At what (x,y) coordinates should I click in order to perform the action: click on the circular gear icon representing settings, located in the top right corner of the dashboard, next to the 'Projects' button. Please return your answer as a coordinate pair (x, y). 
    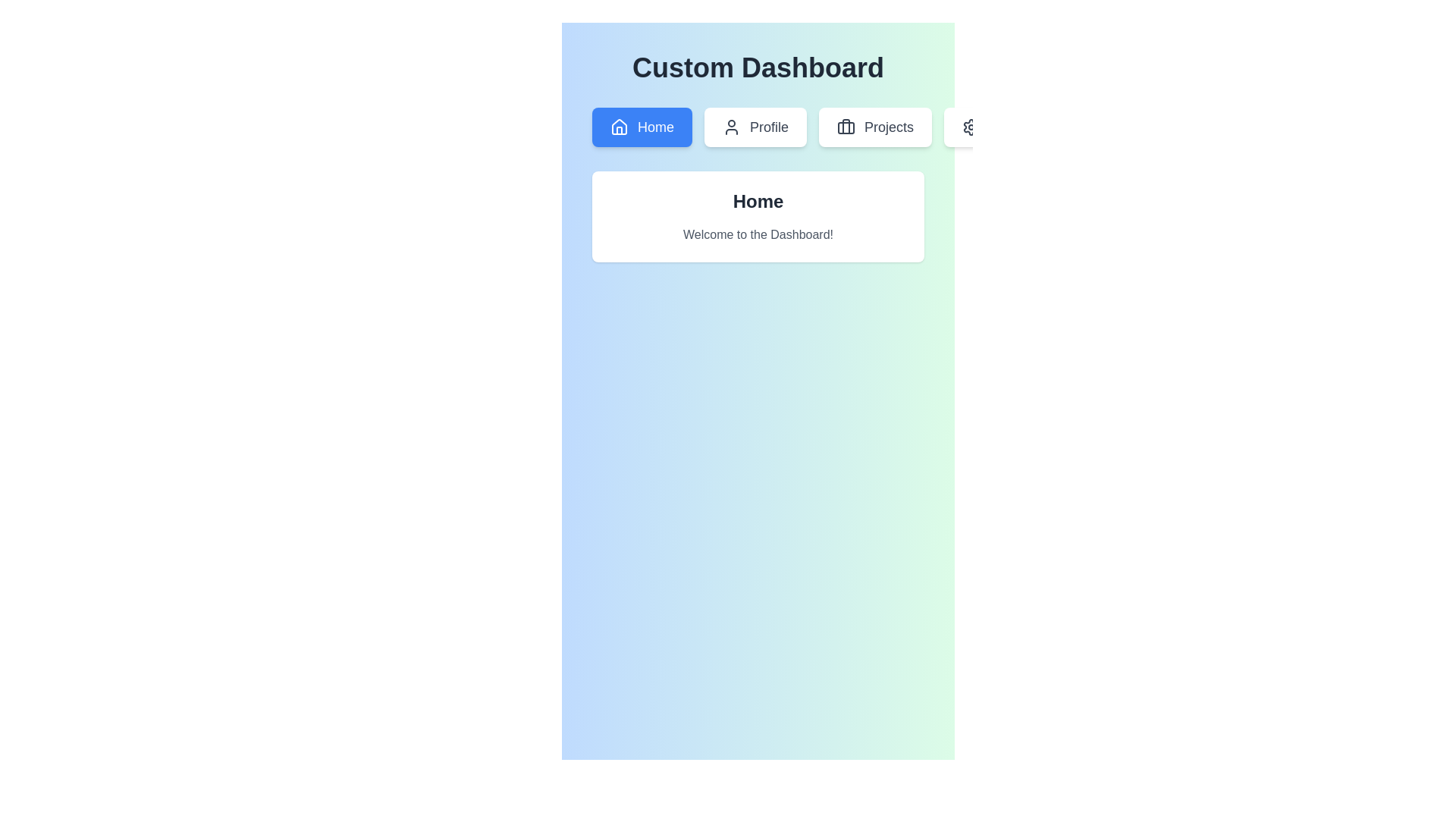
    Looking at the image, I should click on (971, 127).